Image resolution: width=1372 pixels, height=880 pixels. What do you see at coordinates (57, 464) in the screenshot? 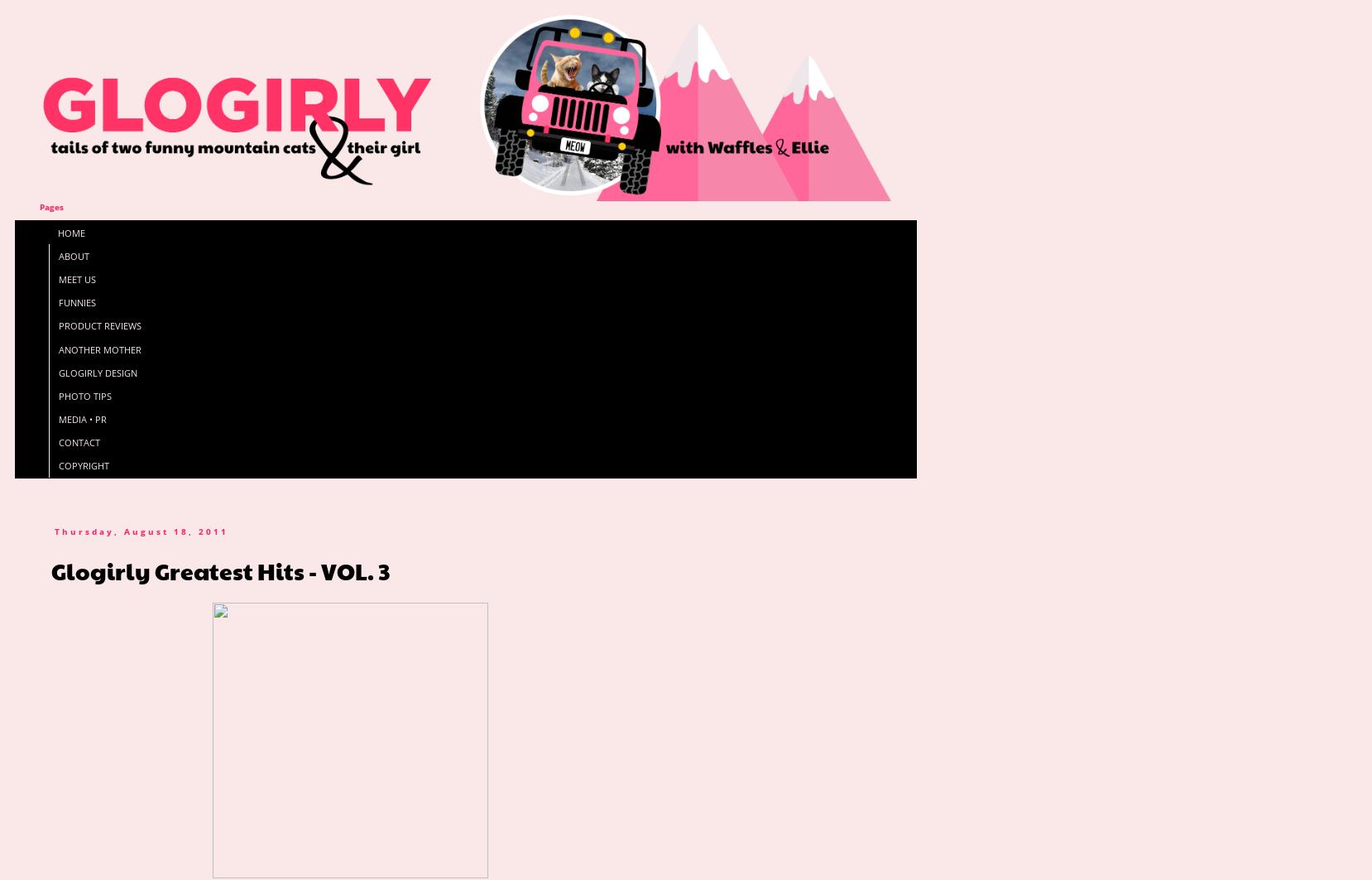
I see `'COPYRIGHT'` at bounding box center [57, 464].